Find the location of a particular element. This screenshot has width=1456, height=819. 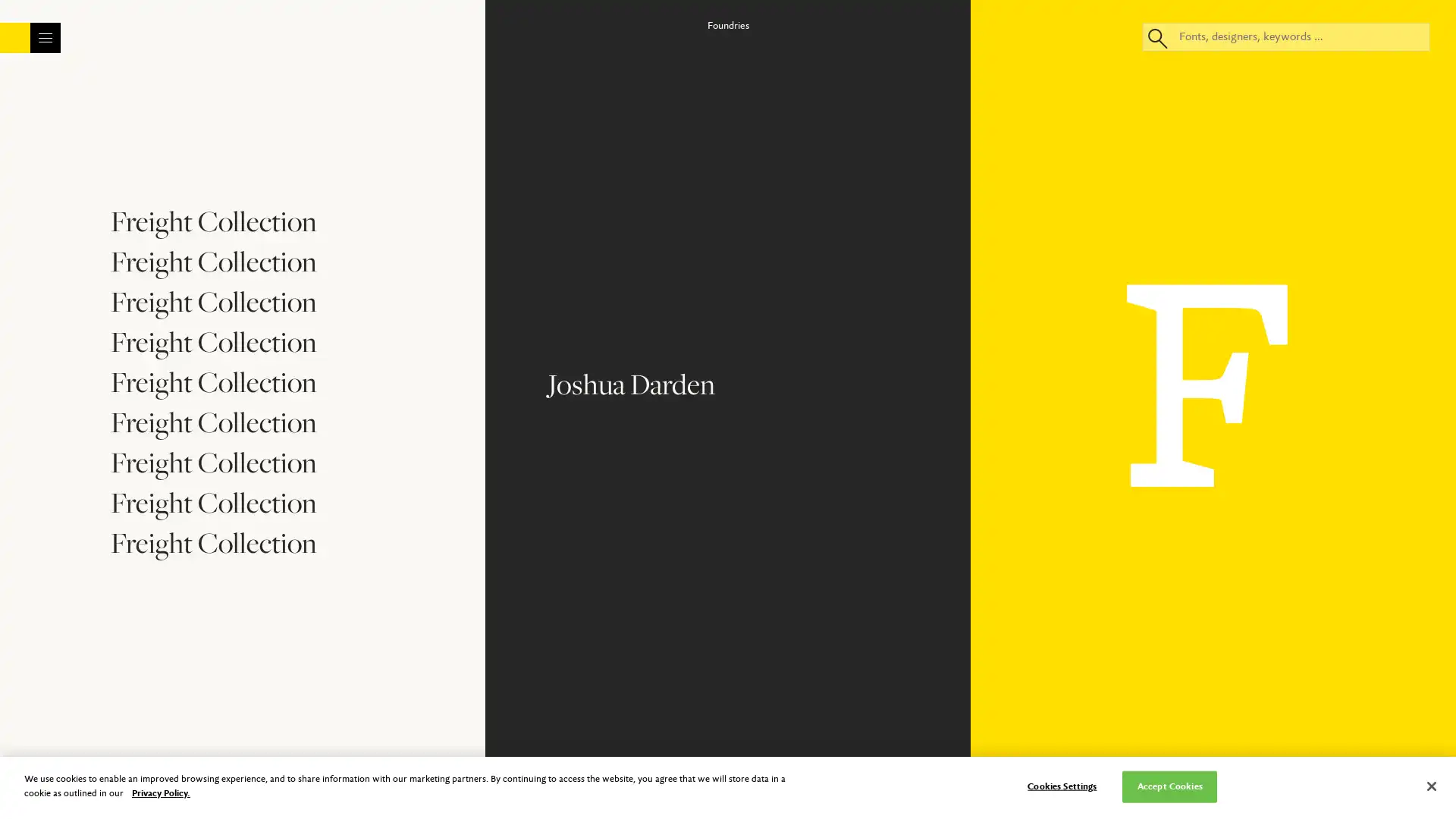

Close is located at coordinates (1430, 785).